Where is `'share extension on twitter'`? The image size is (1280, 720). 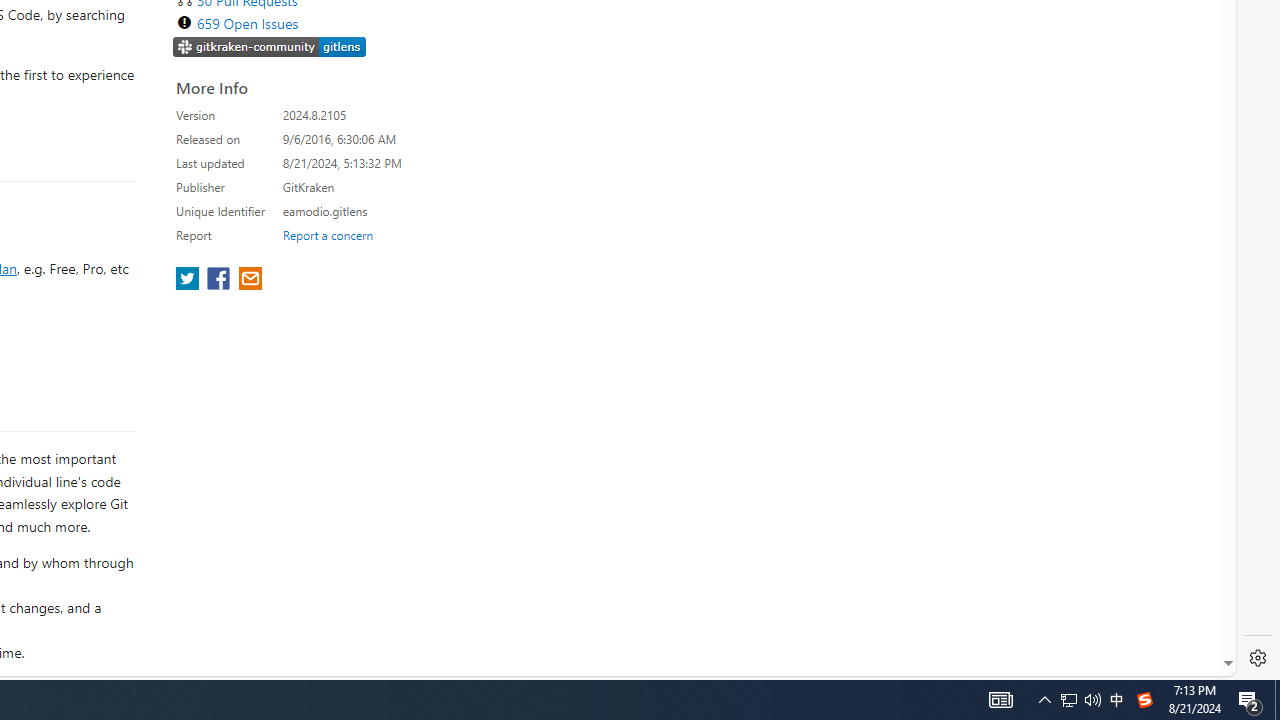
'share extension on twitter' is located at coordinates (190, 280).